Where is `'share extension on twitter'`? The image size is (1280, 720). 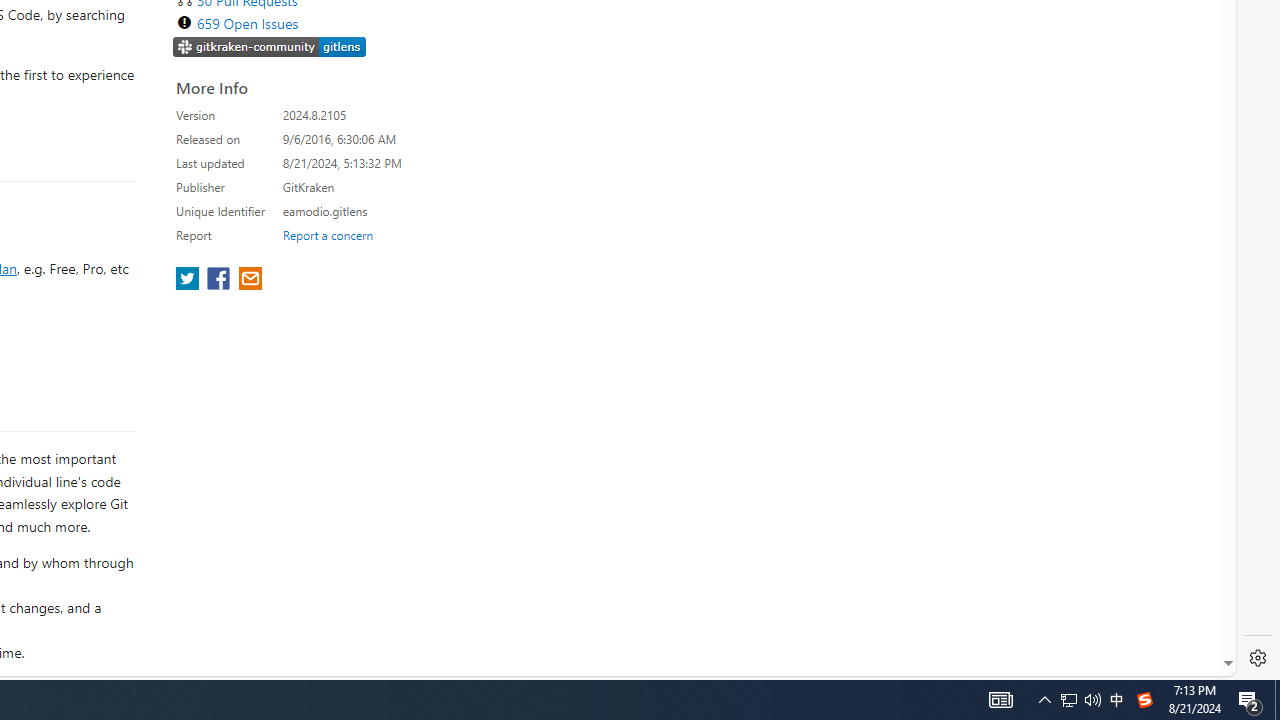
'share extension on twitter' is located at coordinates (190, 280).